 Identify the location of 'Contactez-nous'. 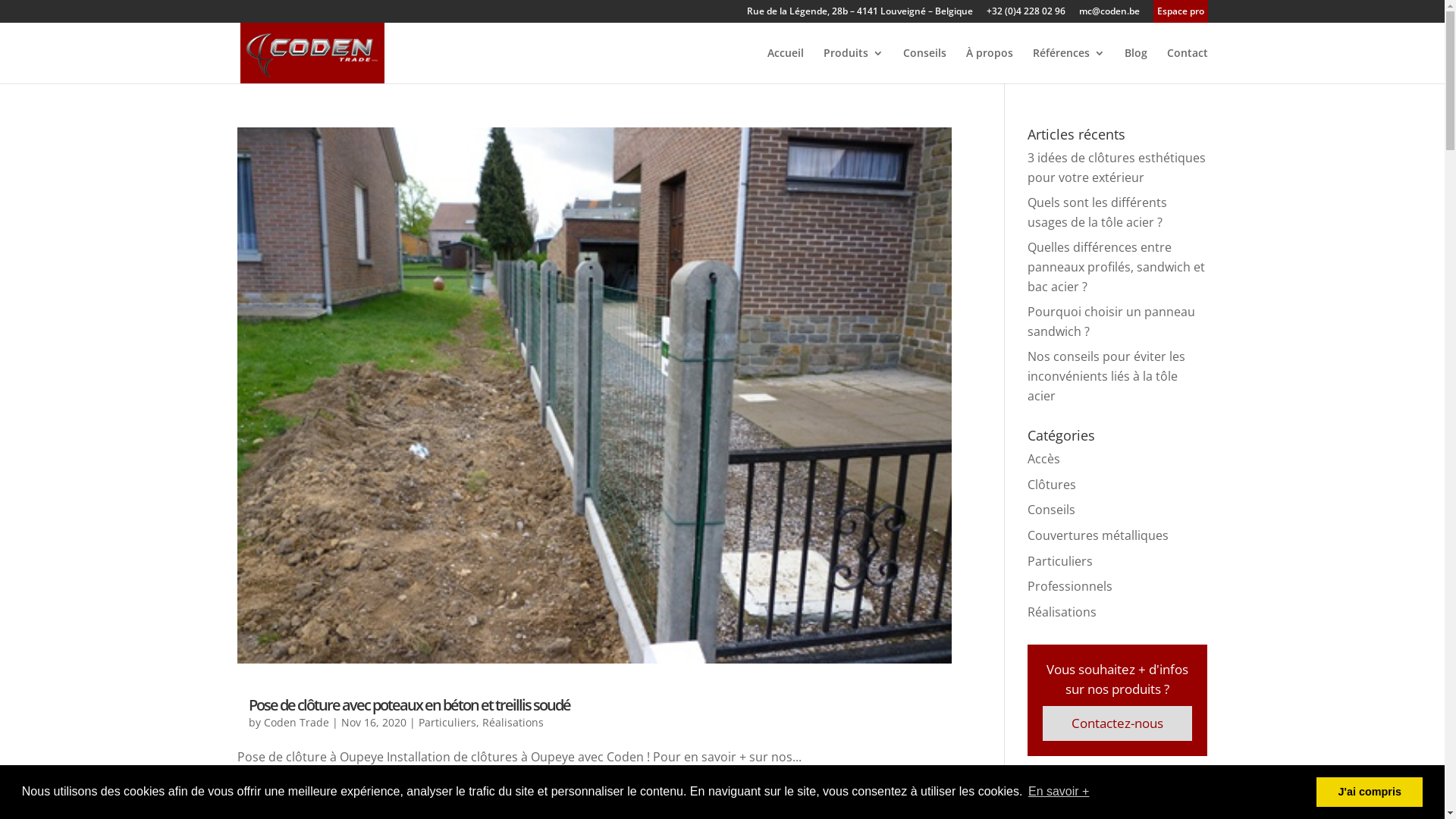
(1117, 722).